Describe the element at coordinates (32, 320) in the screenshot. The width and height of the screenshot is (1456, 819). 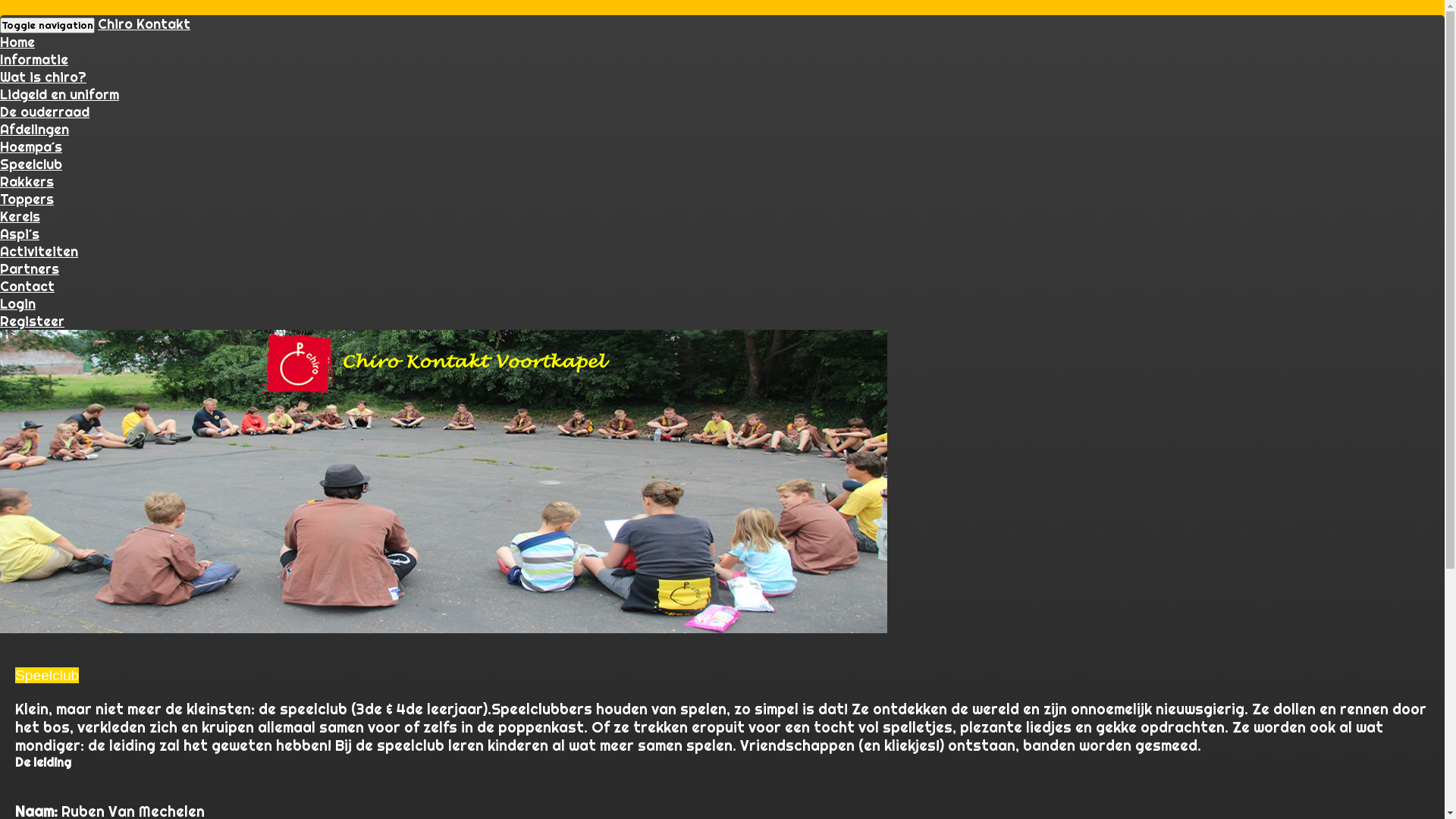
I see `'Registeer'` at that location.